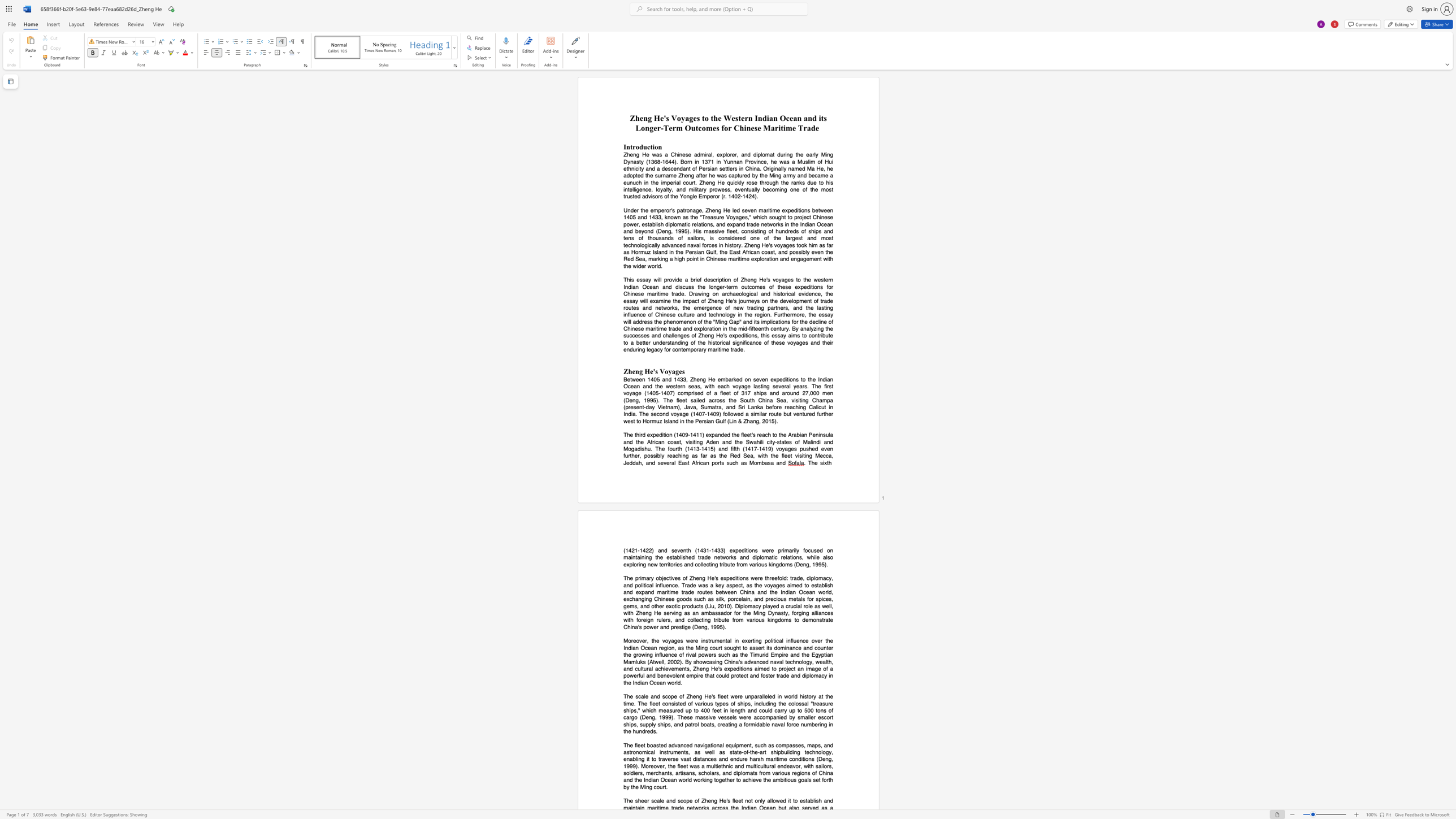 Image resolution: width=1456 pixels, height=819 pixels. What do you see at coordinates (671, 744) in the screenshot?
I see `the subset text "dvanced navigational equipment, such as compasses, maps, and astronomical in" within the text "The fleet boasted advanced navigational equipment, such as compasses, maps, and astronomical instruments, as well as"` at bounding box center [671, 744].